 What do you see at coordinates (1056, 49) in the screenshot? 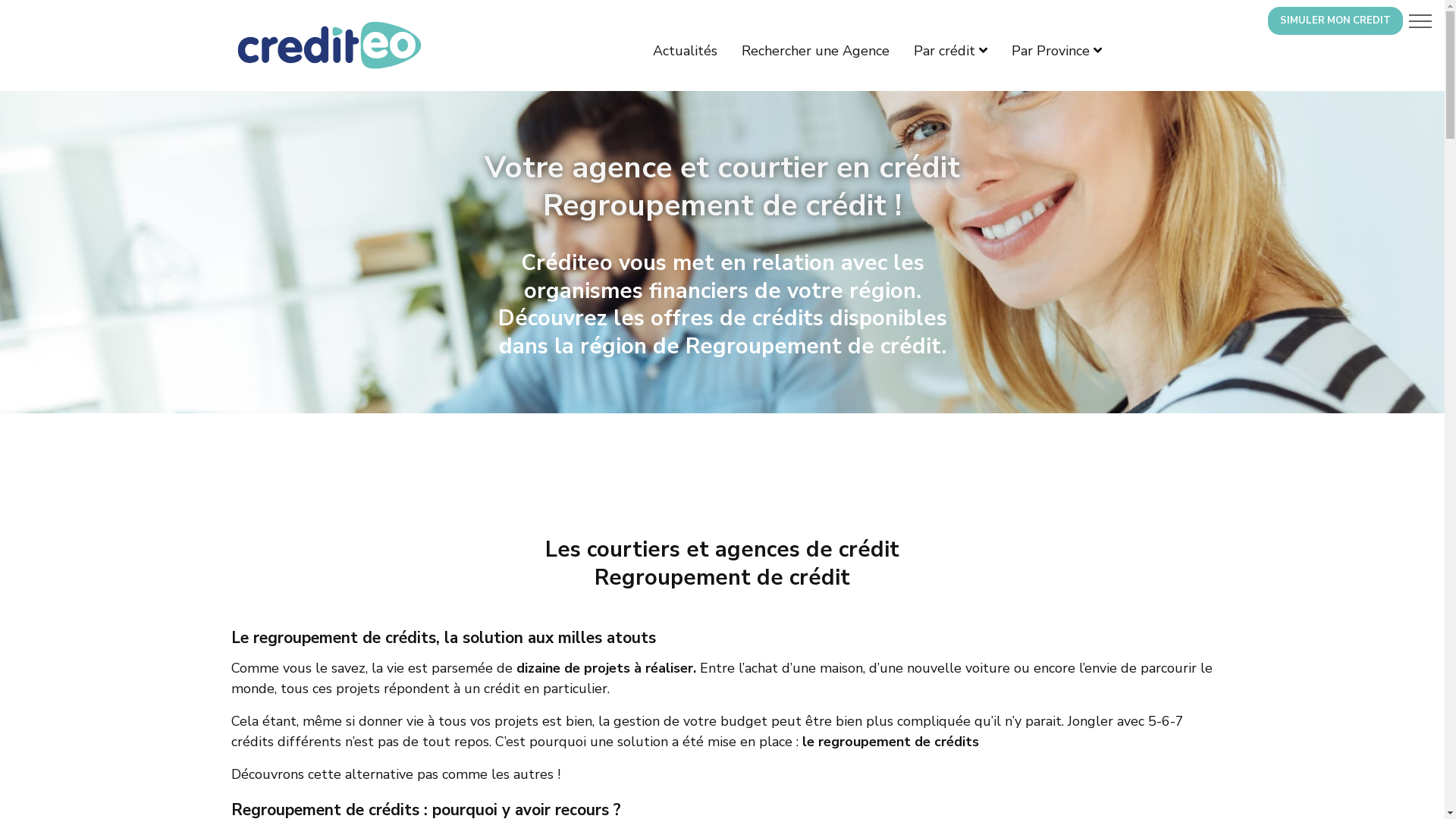
I see `'Par Province'` at bounding box center [1056, 49].